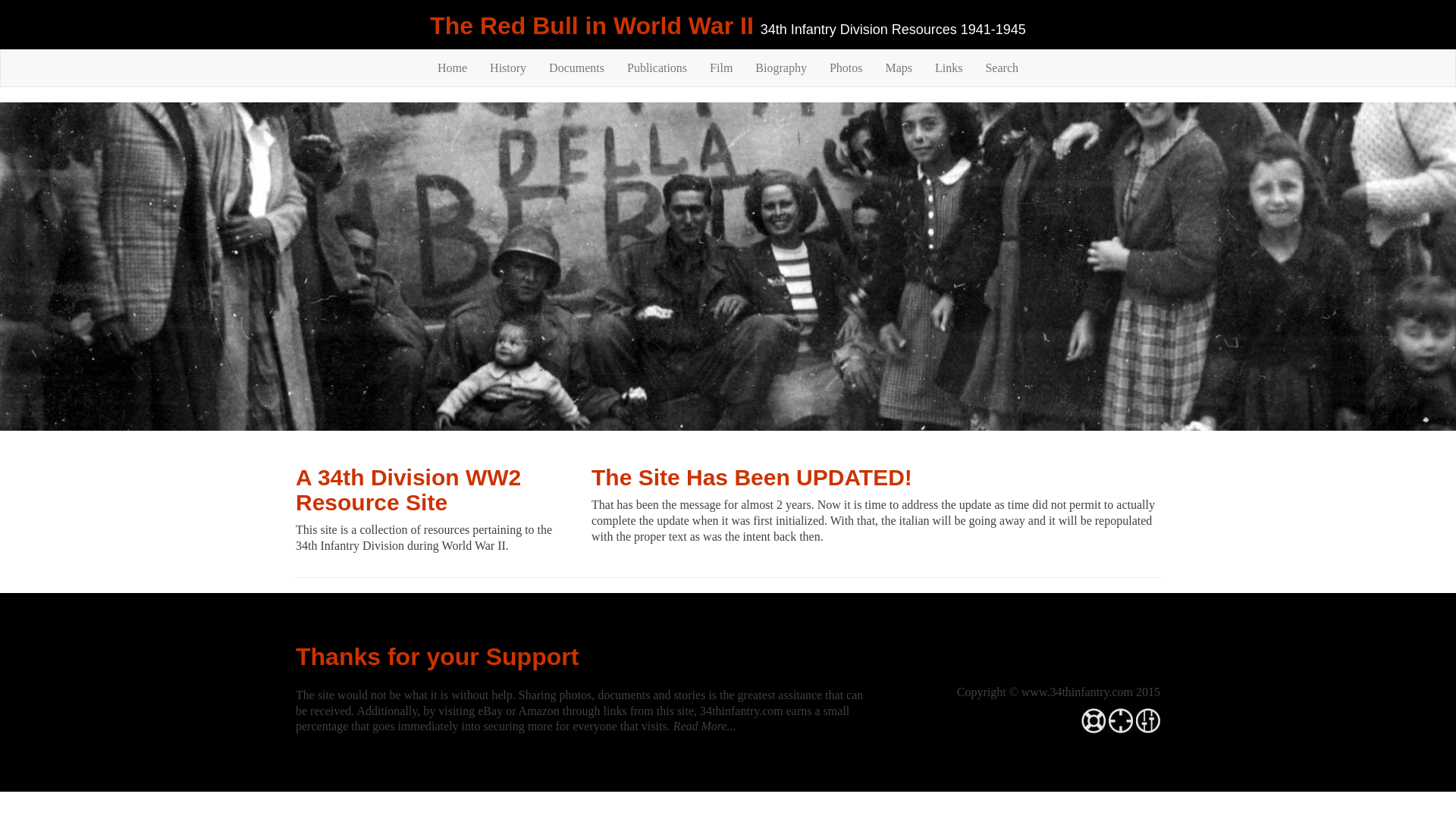 This screenshot has width=1456, height=819. Describe the element at coordinates (657, 67) in the screenshot. I see `'Publications'` at that location.